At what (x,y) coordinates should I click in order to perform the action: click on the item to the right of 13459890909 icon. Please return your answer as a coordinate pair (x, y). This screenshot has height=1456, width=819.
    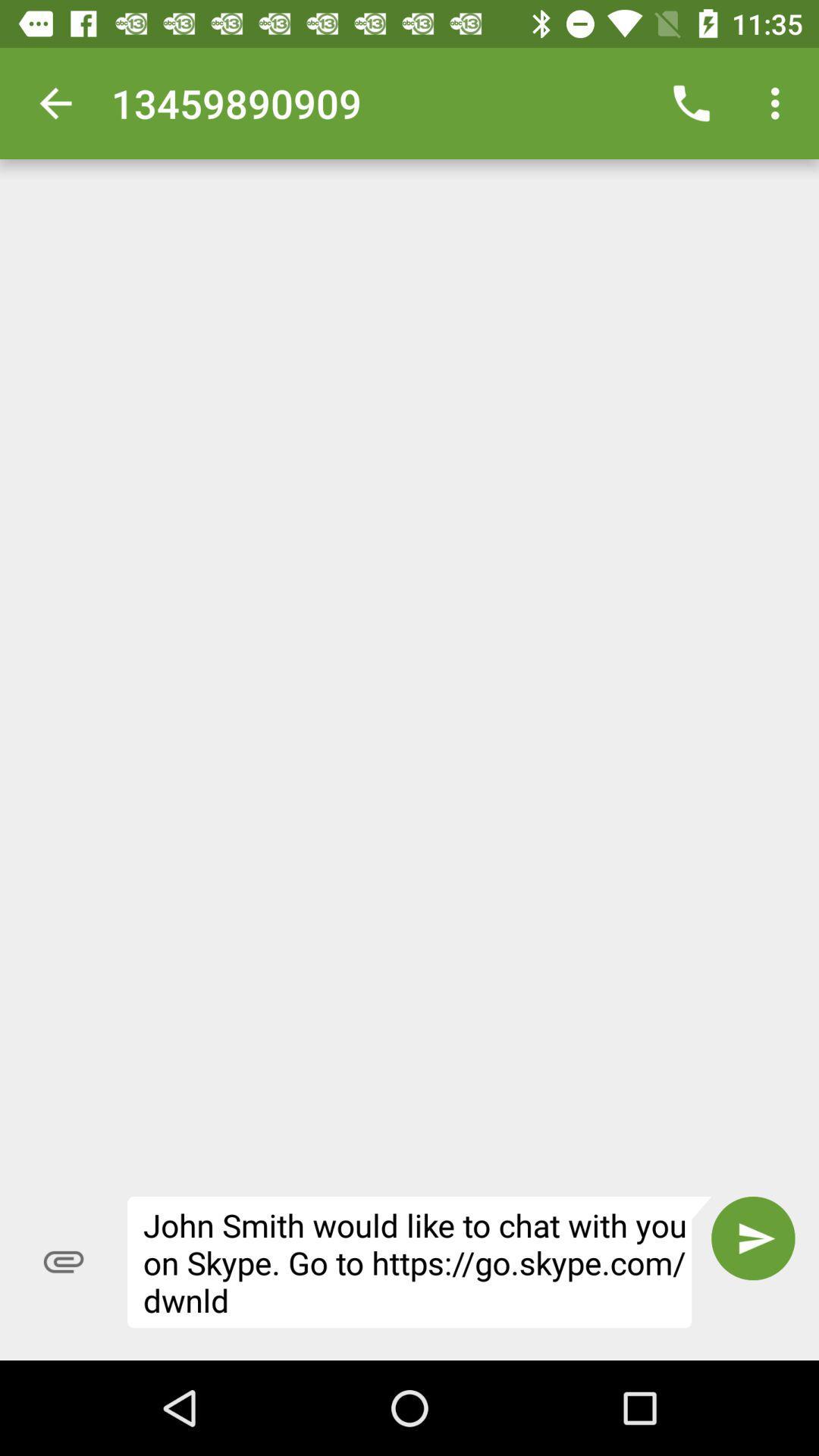
    Looking at the image, I should click on (691, 102).